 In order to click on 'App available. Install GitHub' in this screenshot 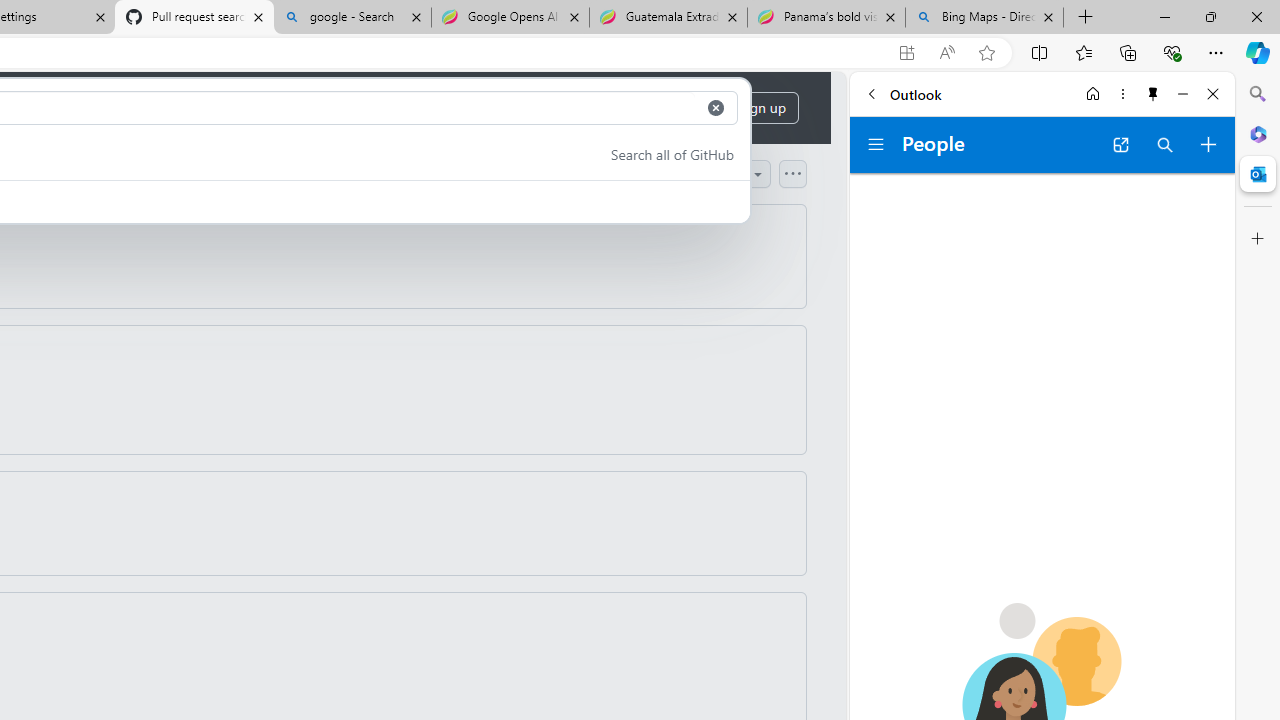, I will do `click(905, 52)`.